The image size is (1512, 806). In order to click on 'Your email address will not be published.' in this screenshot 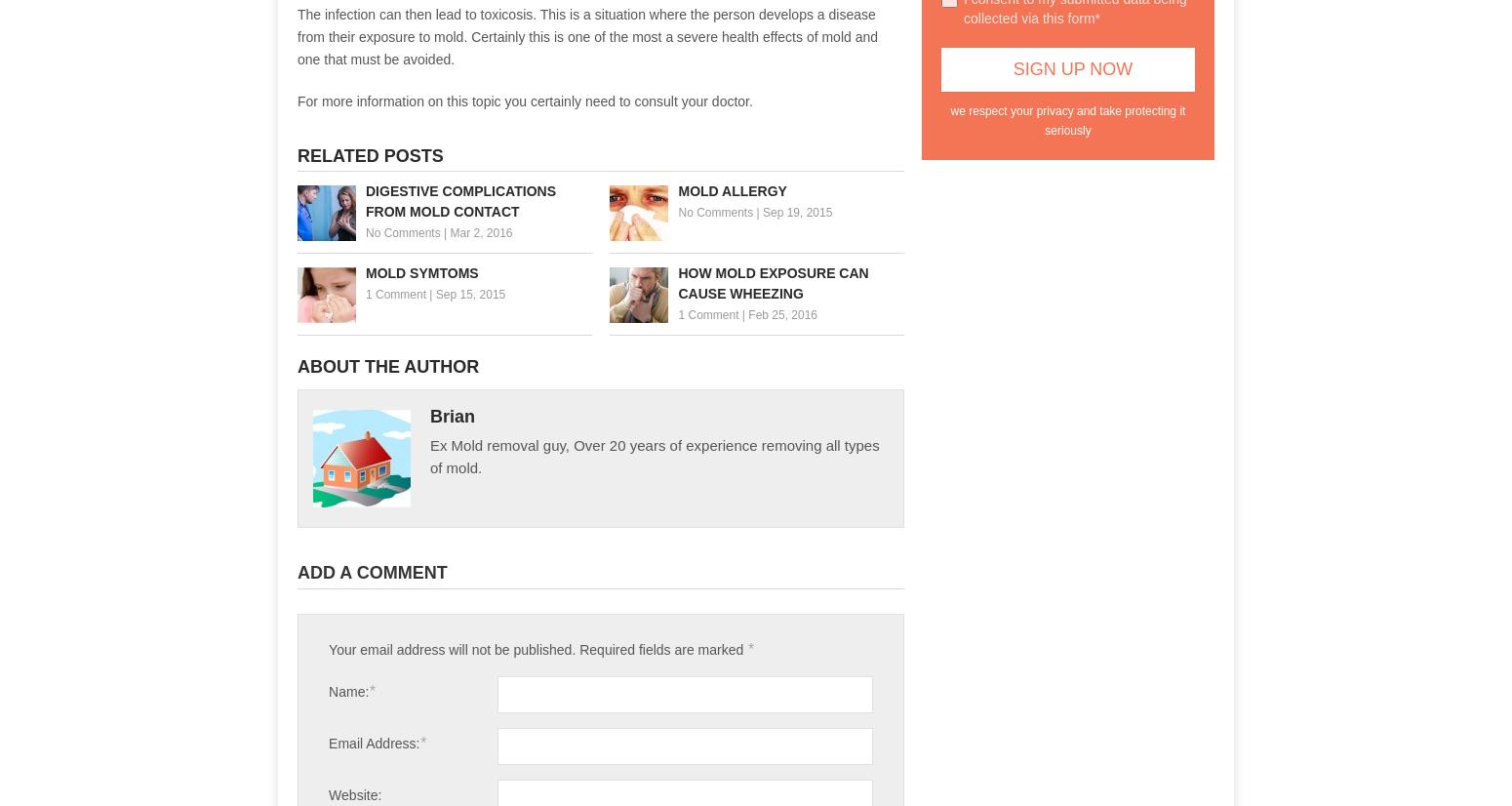, I will do `click(327, 650)`.